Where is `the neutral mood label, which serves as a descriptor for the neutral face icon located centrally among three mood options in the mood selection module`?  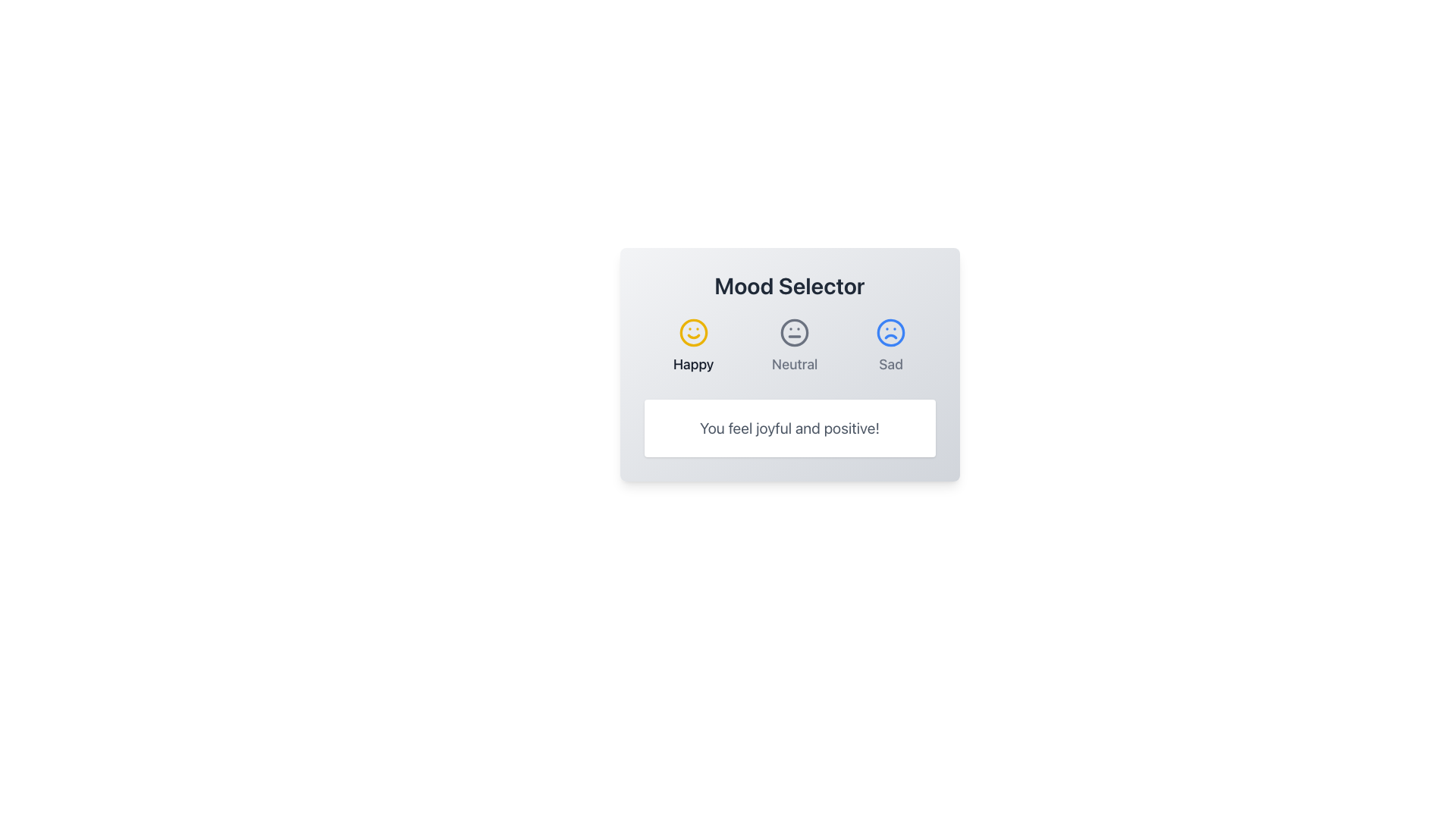 the neutral mood label, which serves as a descriptor for the neutral face icon located centrally among three mood options in the mood selection module is located at coordinates (794, 365).